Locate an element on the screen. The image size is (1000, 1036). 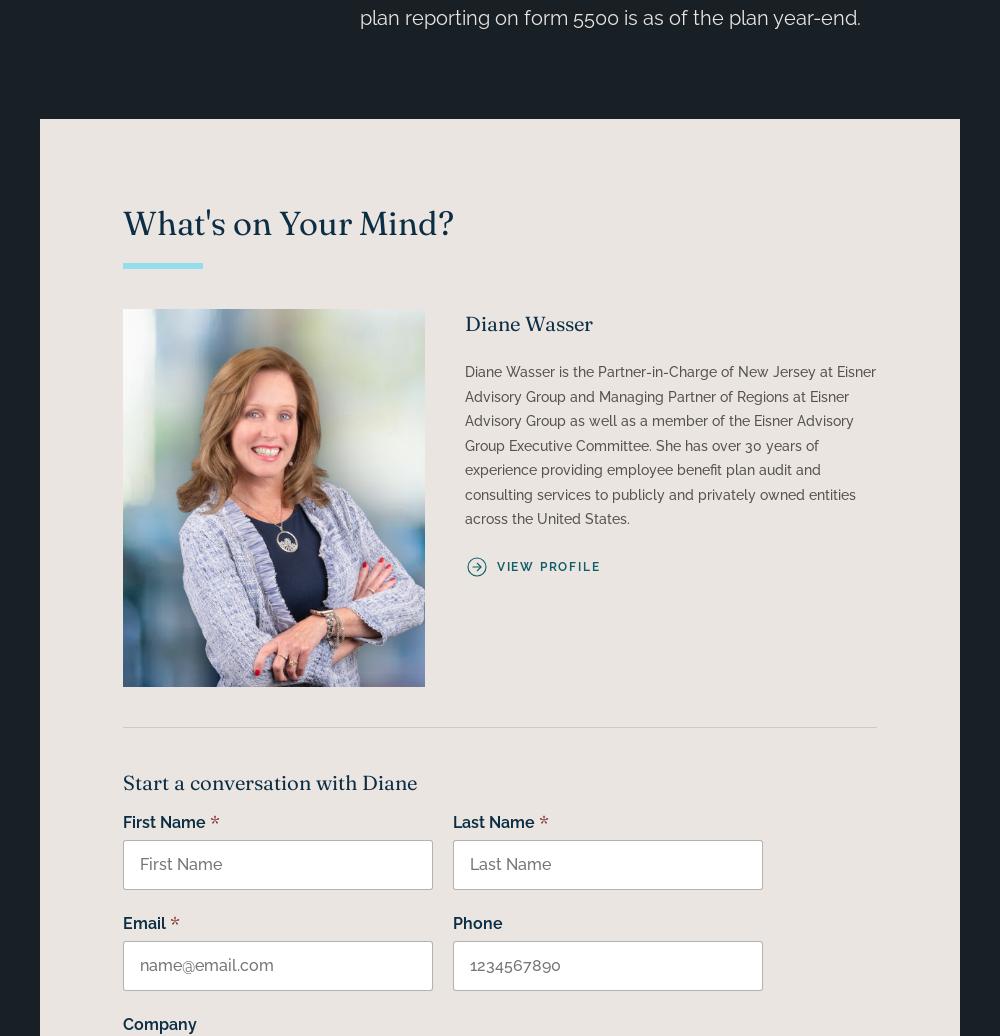
'Email' is located at coordinates (143, 923).